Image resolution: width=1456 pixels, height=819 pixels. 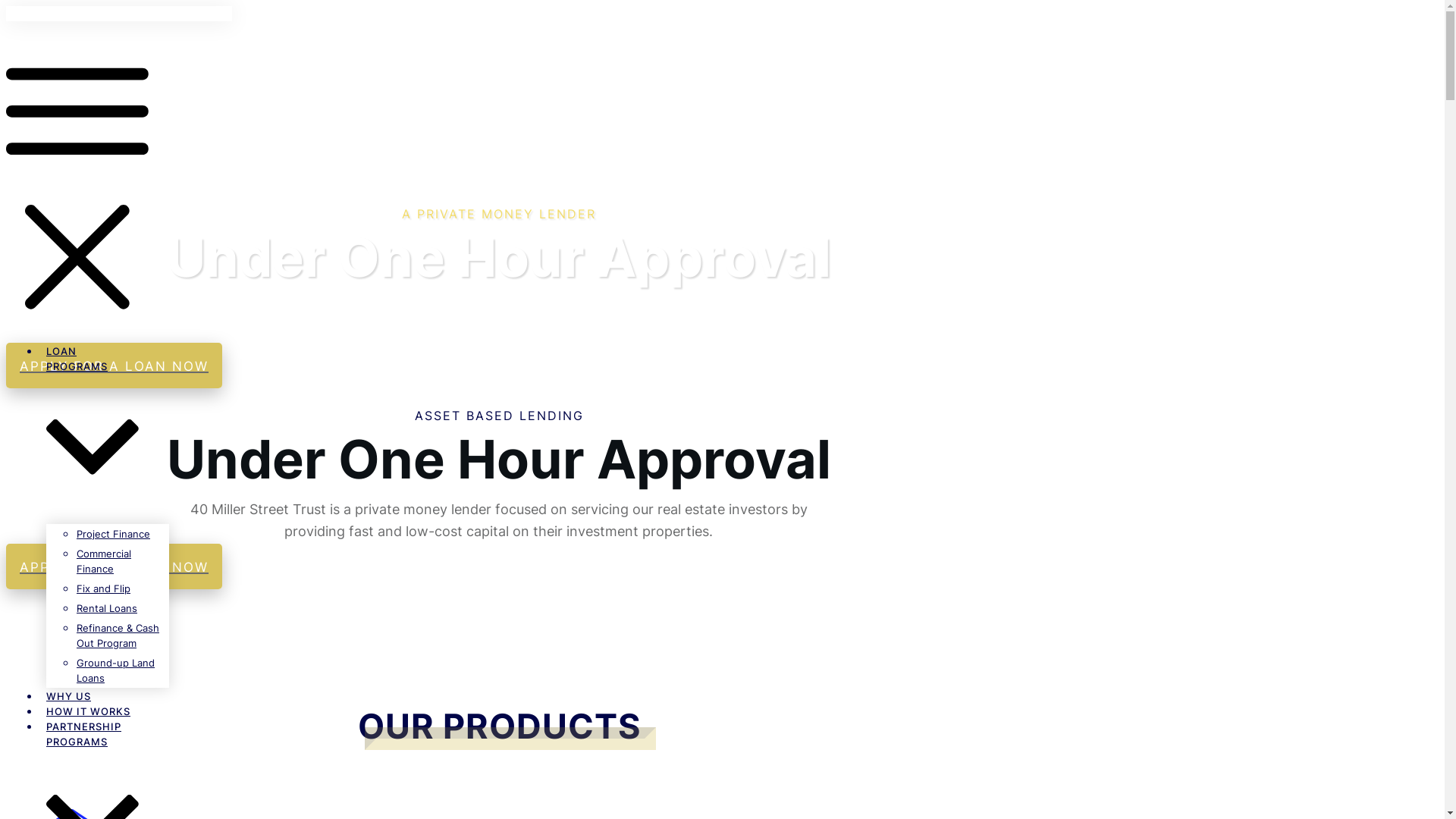 I want to click on 'WHY US', so click(x=67, y=696).